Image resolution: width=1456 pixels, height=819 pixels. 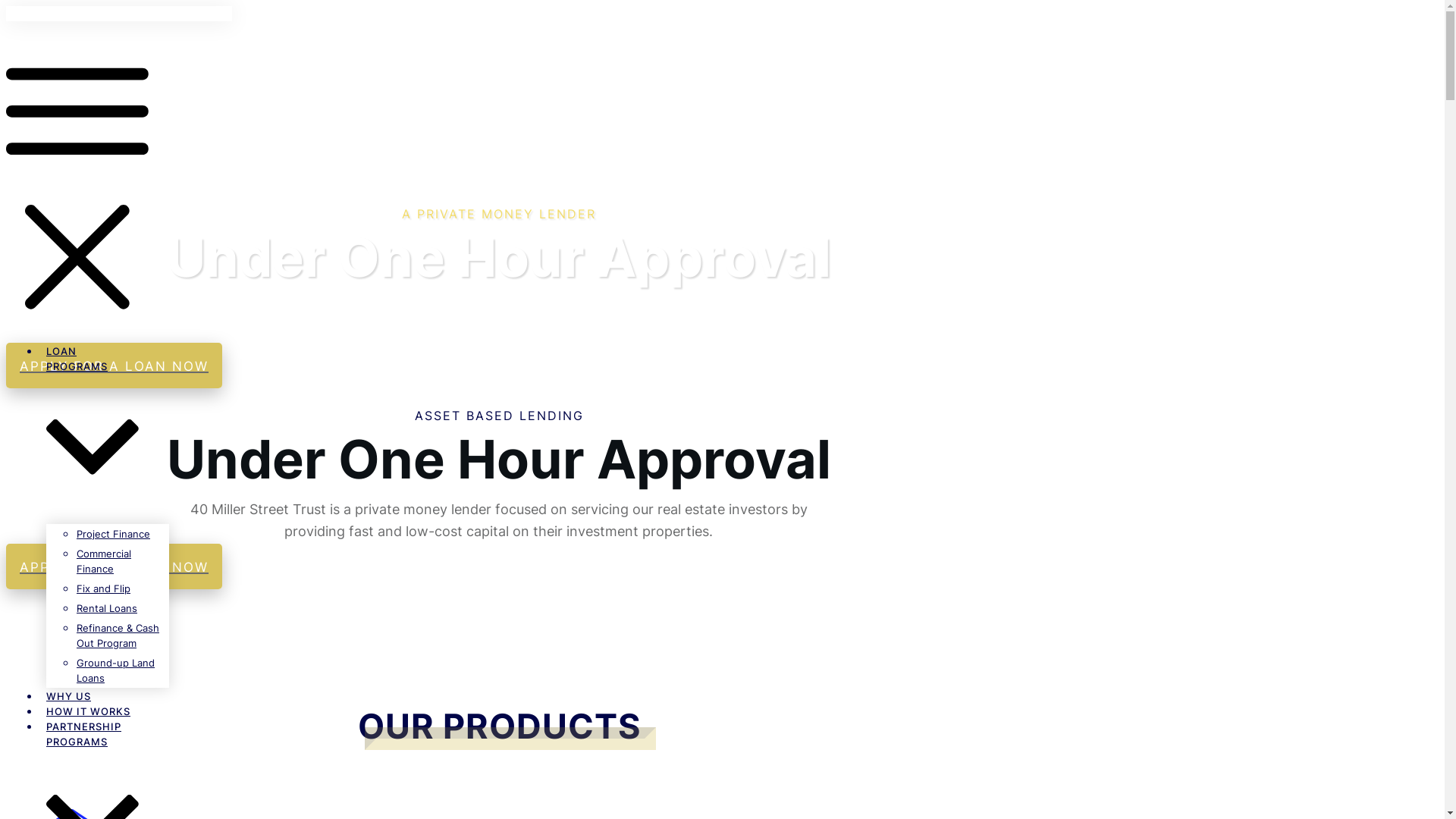 I want to click on 'WHY US', so click(x=67, y=696).